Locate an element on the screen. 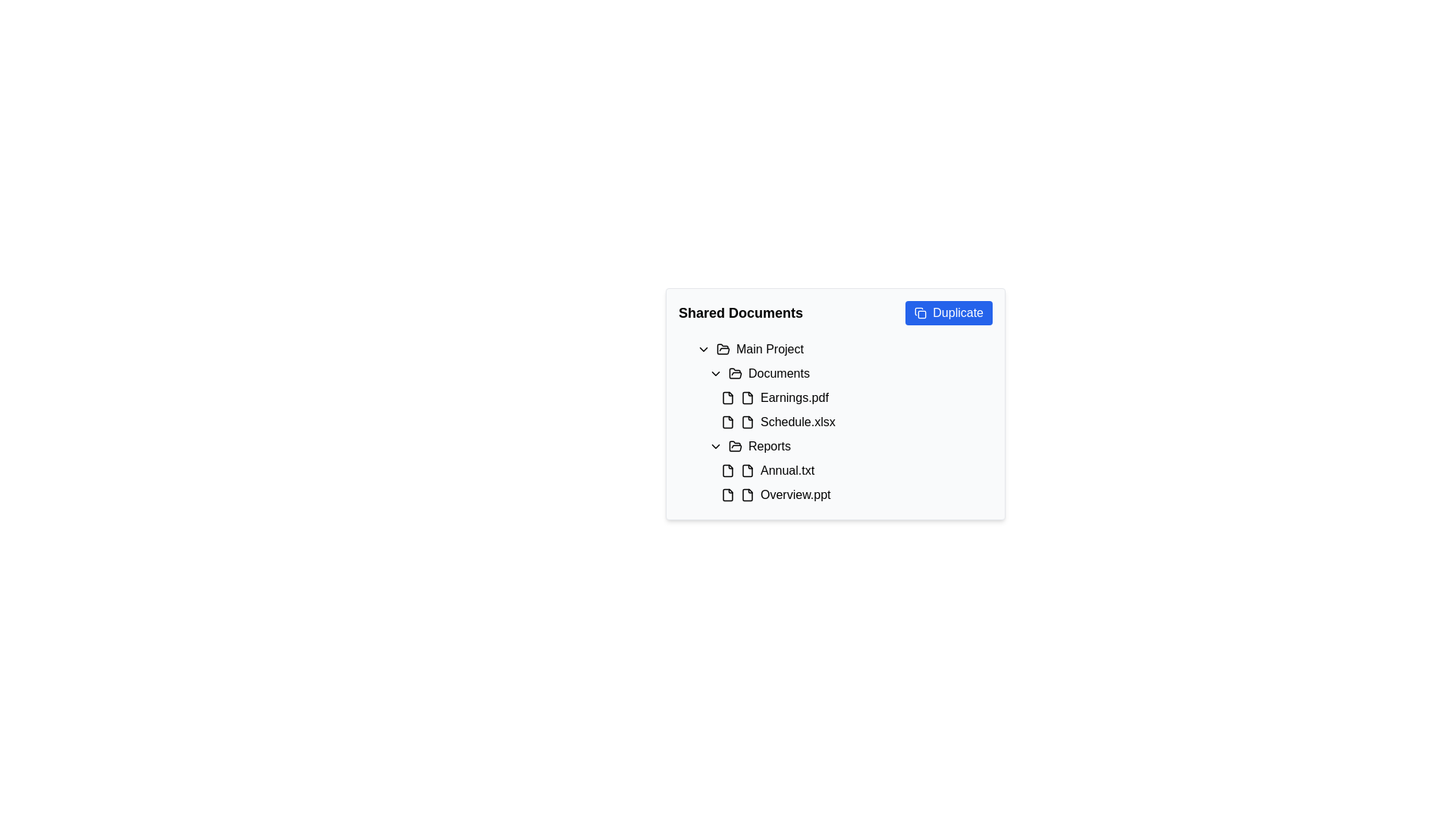  the visual representation of the 'Annual.txt' file icon located in the 'Reports' section of the 'Shared Documents' interface is located at coordinates (728, 470).